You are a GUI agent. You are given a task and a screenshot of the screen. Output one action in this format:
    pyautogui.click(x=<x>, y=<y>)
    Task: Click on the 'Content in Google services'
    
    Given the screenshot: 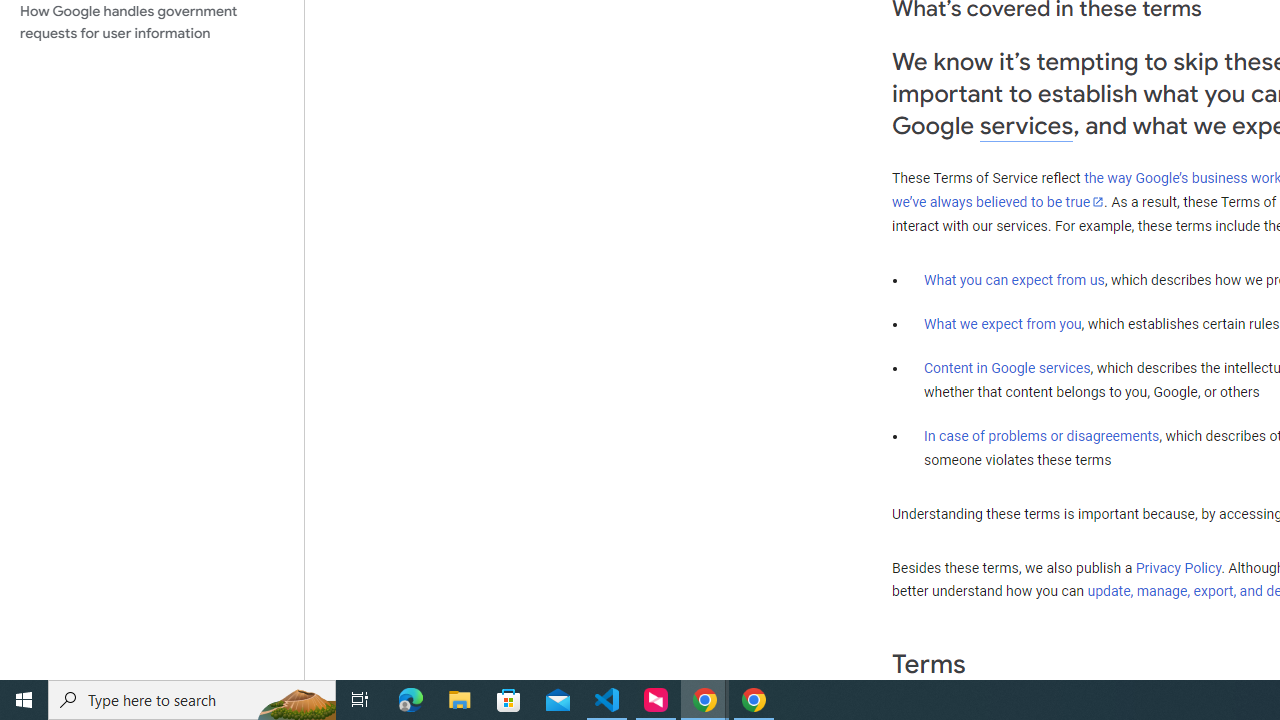 What is the action you would take?
    pyautogui.click(x=1007, y=368)
    